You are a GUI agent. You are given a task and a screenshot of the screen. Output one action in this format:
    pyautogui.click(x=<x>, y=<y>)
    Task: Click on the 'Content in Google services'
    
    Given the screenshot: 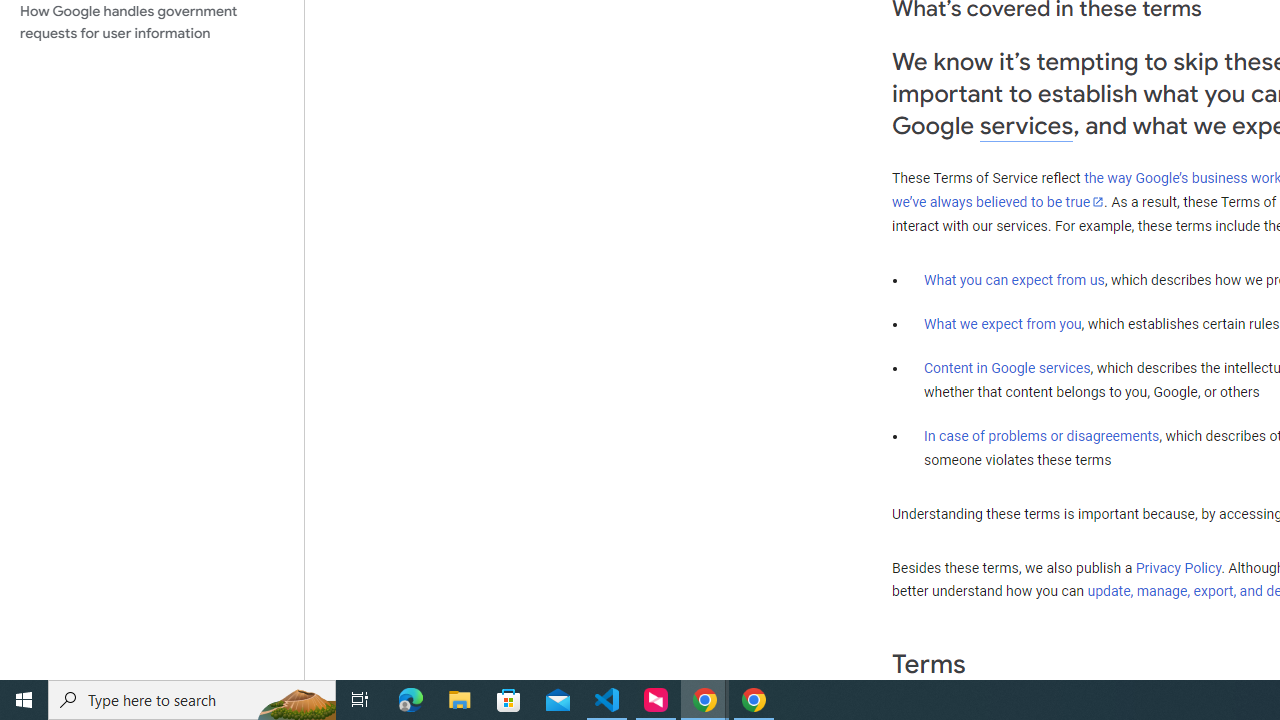 What is the action you would take?
    pyautogui.click(x=1007, y=368)
    